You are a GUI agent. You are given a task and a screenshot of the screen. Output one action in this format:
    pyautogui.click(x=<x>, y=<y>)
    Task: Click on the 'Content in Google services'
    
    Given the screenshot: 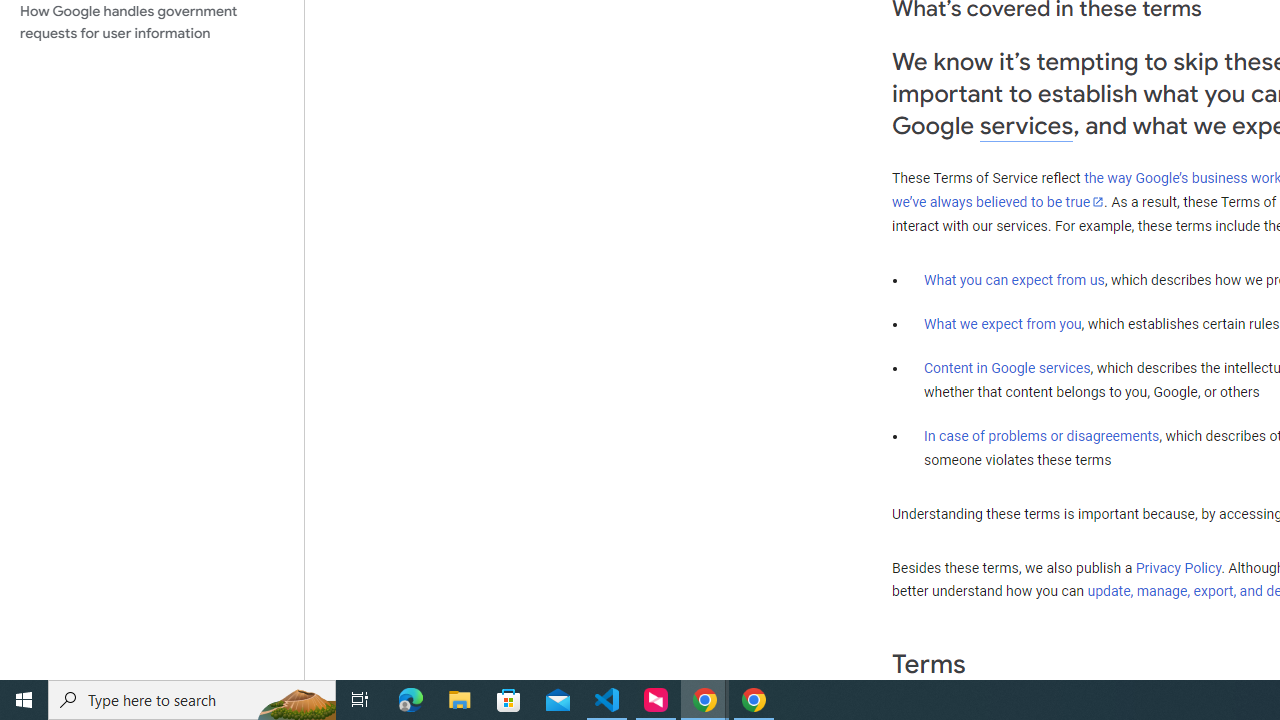 What is the action you would take?
    pyautogui.click(x=1007, y=368)
    